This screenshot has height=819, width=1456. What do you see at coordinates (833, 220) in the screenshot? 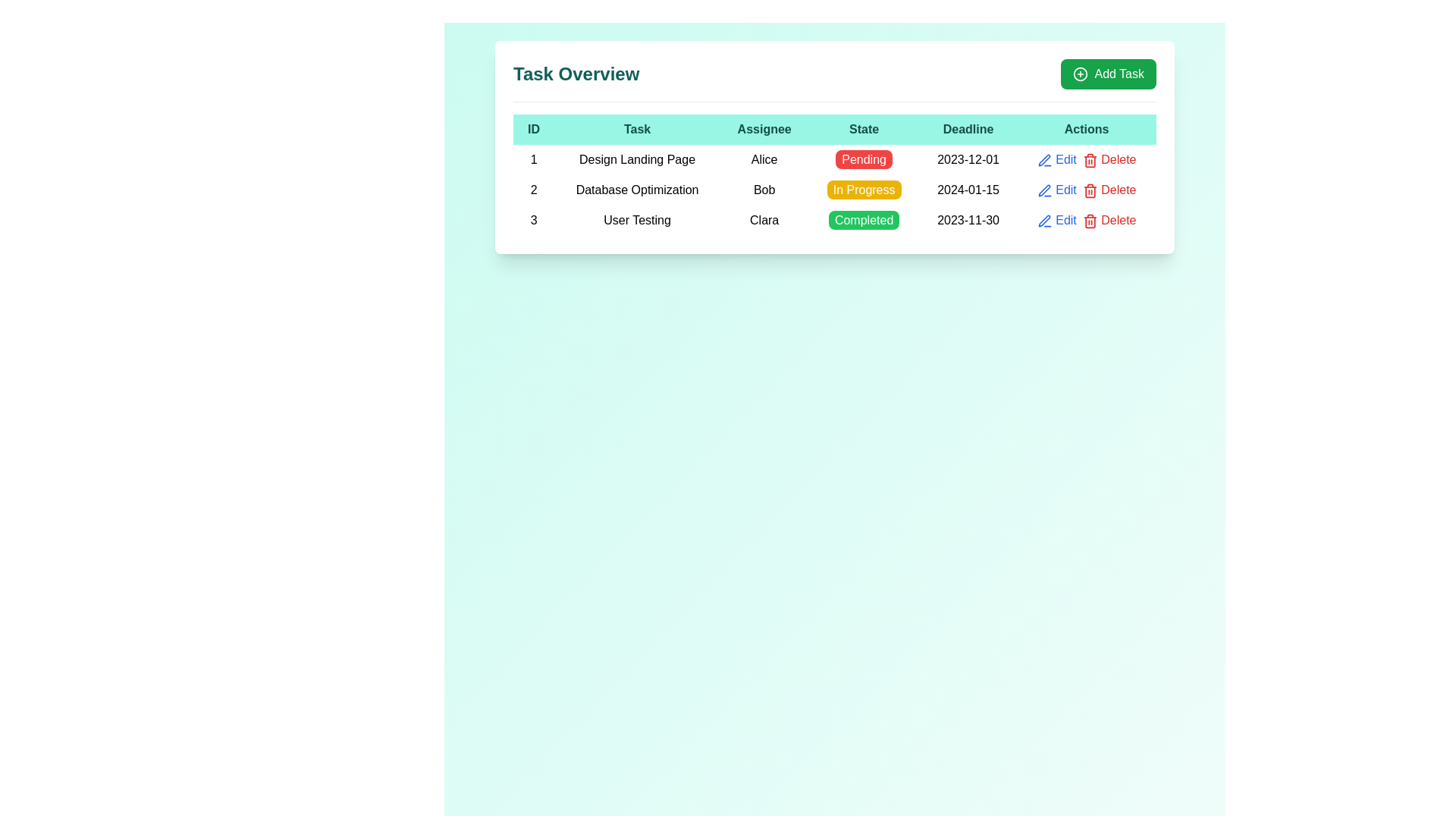
I see `the Status indicator label that shows 'Completed' within the third row of the table under the 'State' column, which is part of a card on a pale green background` at bounding box center [833, 220].